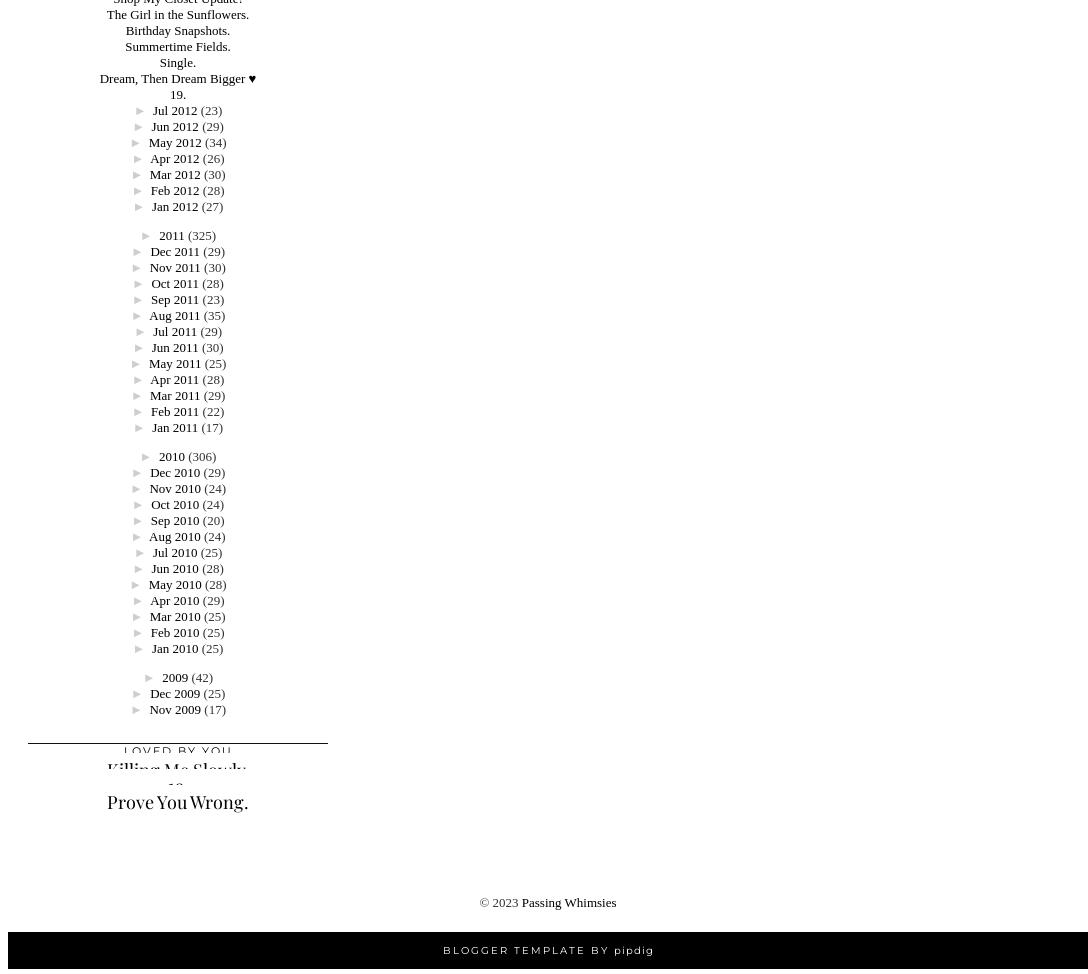 Image resolution: width=1088 pixels, height=974 pixels. I want to click on 'Nov 2010', so click(173, 488).